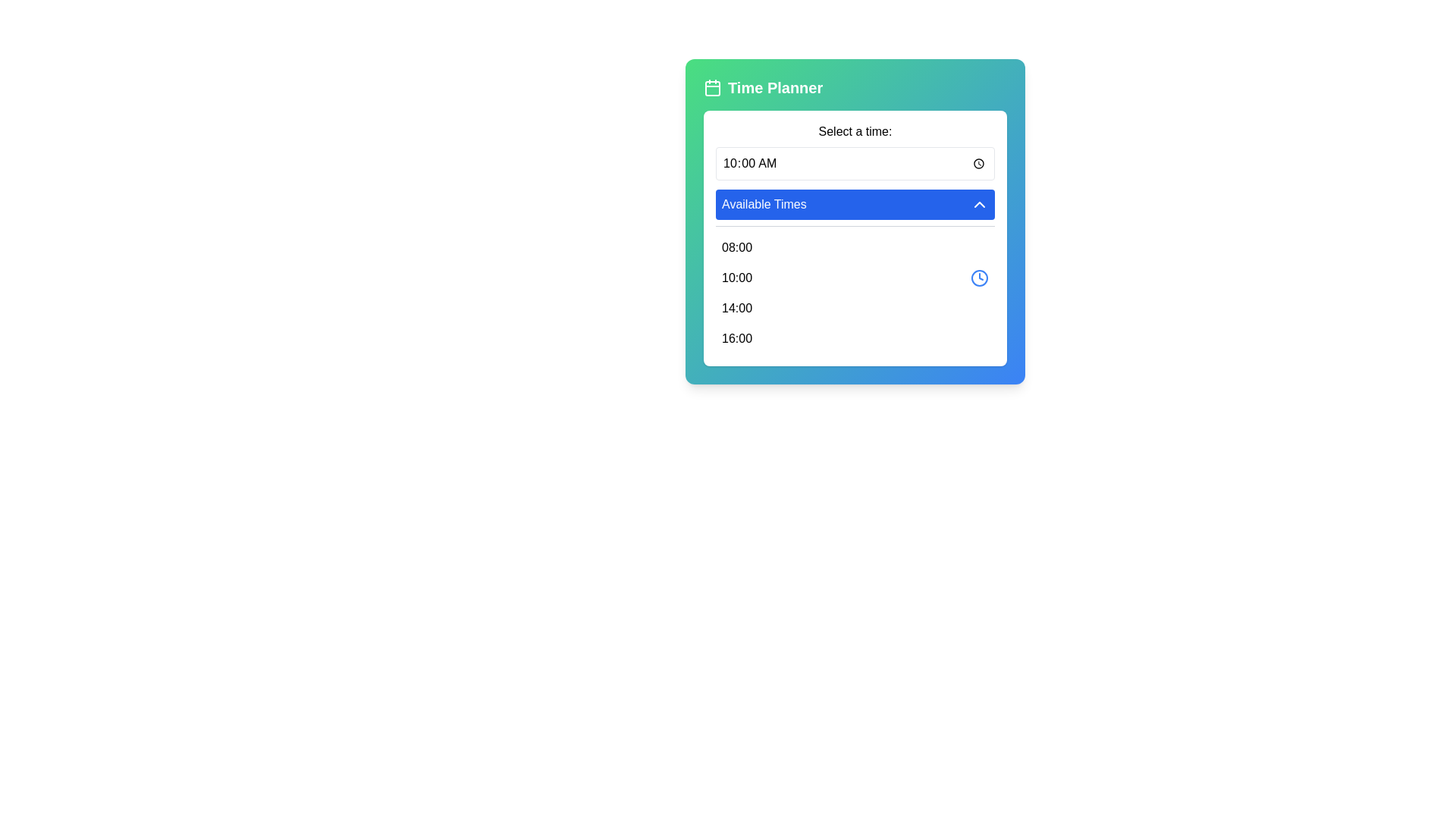 The height and width of the screenshot is (819, 1456). I want to click on the upward-pointing arrow icon within the 'Available Times' button, so click(979, 205).